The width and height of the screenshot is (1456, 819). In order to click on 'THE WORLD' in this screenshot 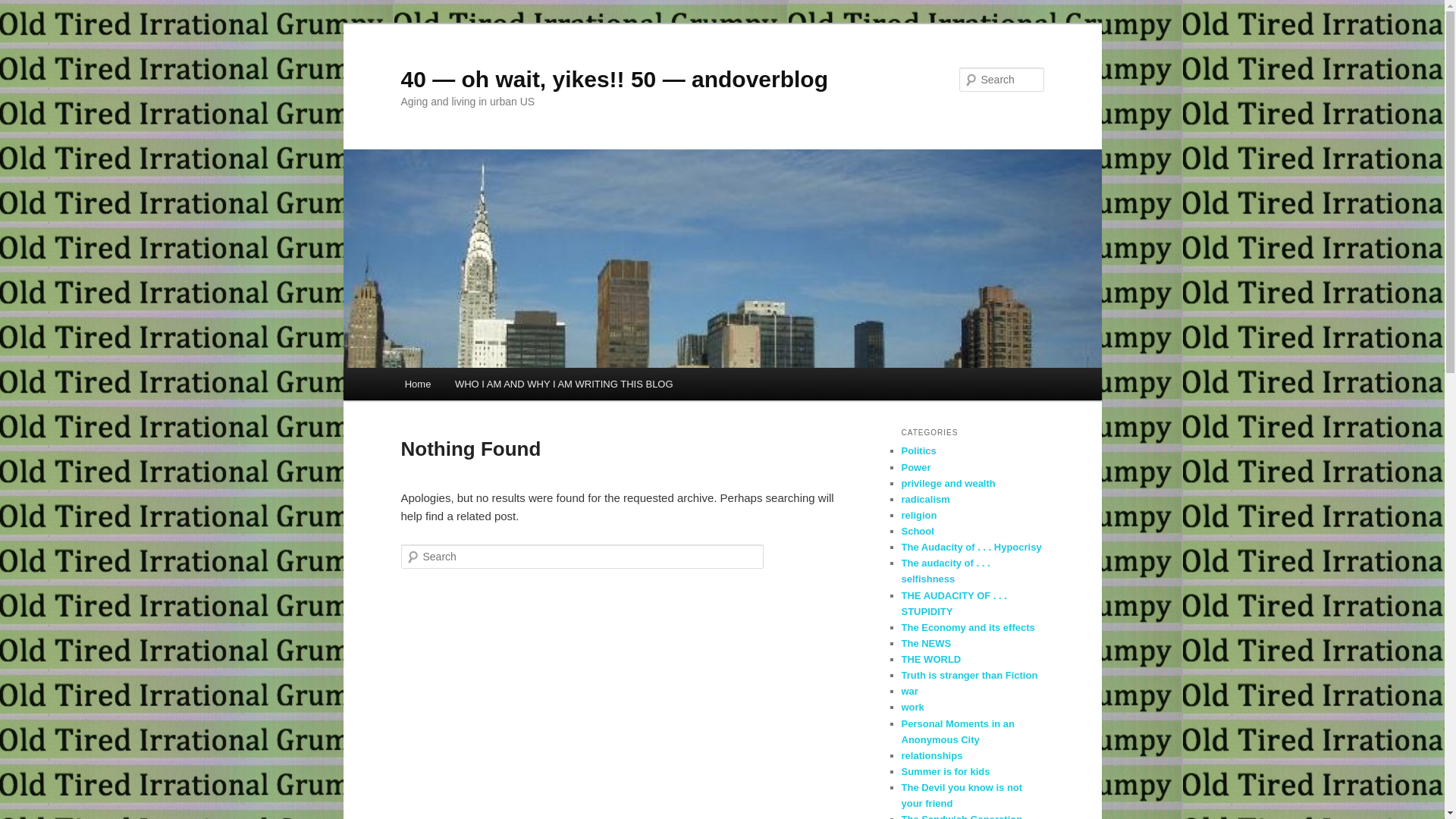, I will do `click(930, 658)`.